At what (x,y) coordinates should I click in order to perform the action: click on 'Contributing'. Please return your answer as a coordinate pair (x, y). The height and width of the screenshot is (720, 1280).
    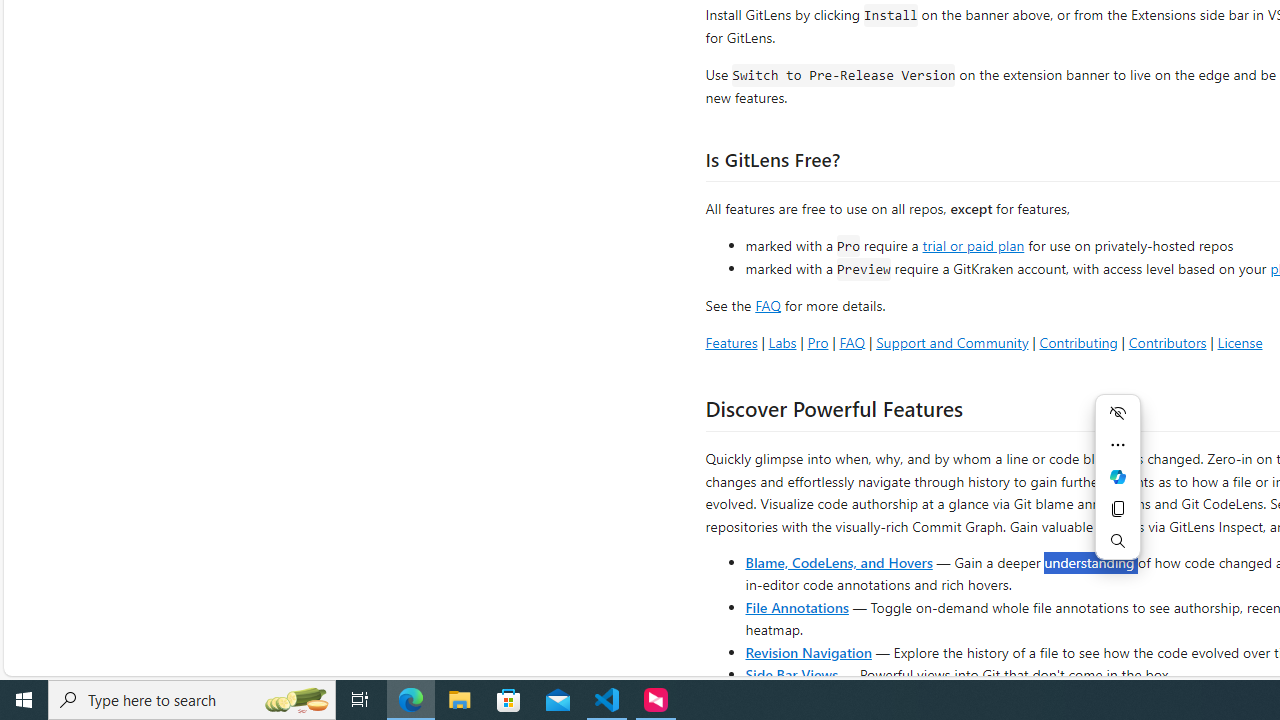
    Looking at the image, I should click on (1077, 341).